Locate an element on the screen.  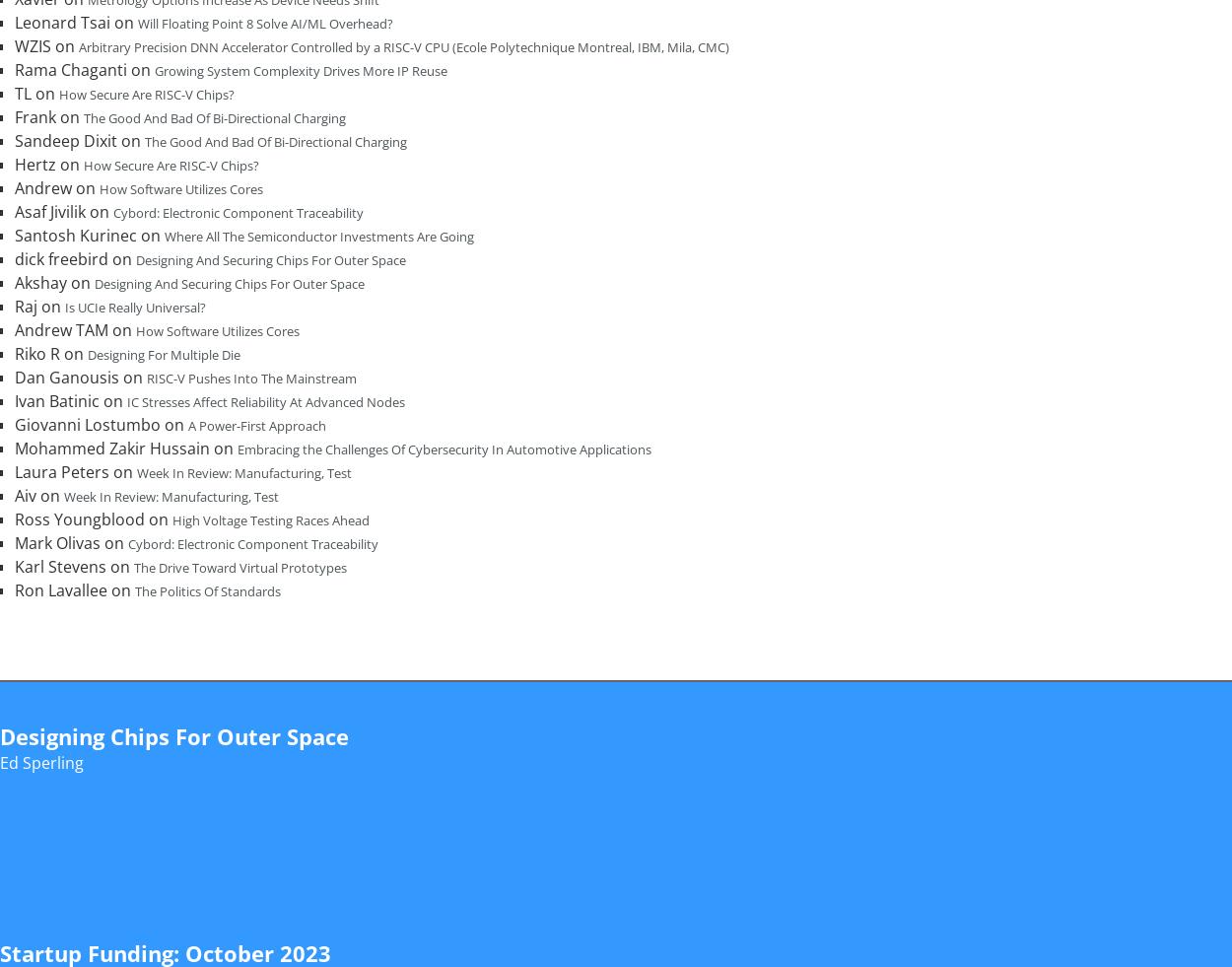
'Is UCIe Really Universal?' is located at coordinates (135, 306).